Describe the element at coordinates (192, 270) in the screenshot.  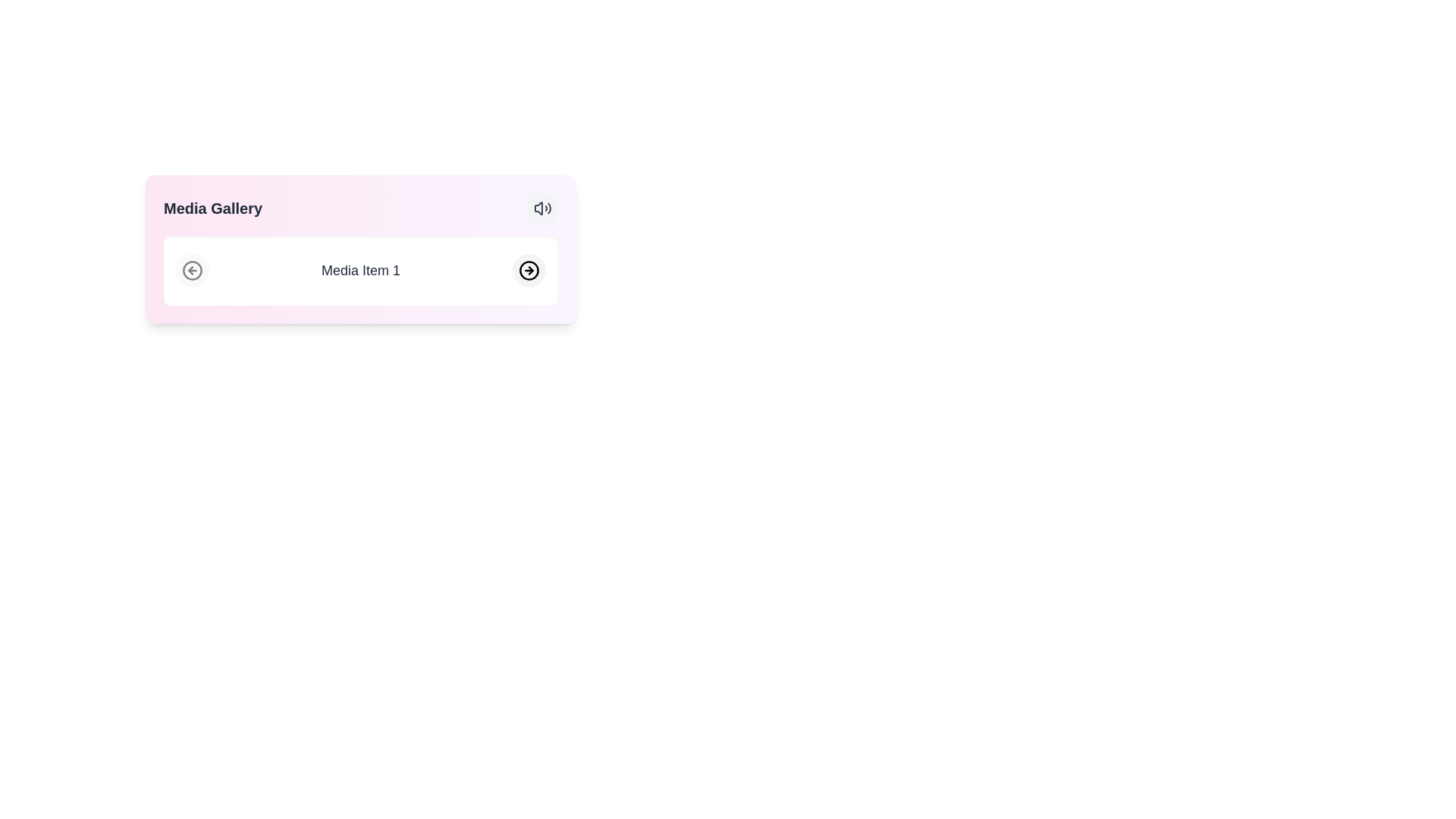
I see `the circular button with a light gray background and dark gray outline featuring a left arrow icon` at that location.